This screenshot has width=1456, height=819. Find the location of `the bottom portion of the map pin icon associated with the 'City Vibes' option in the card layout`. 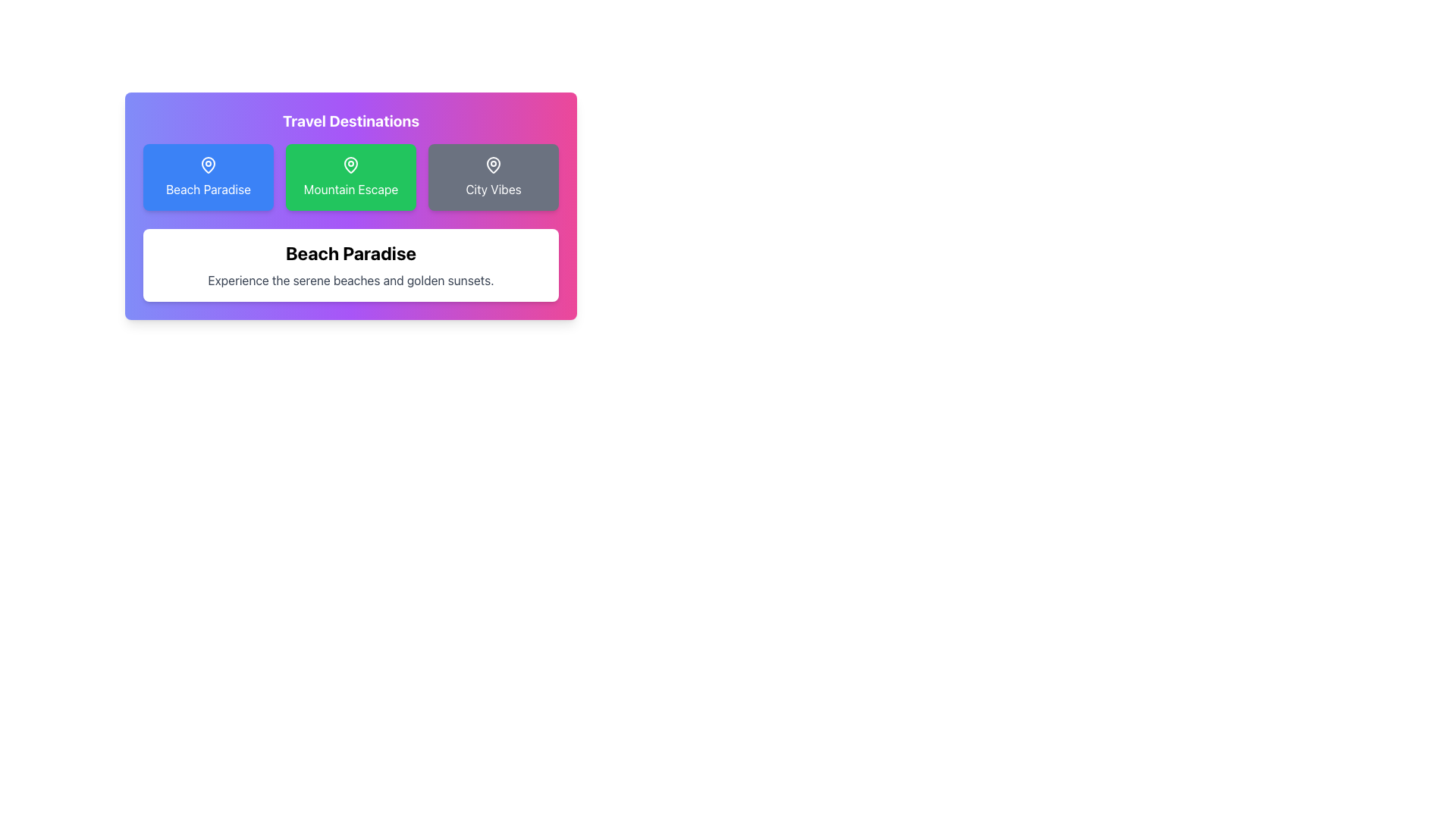

the bottom portion of the map pin icon associated with the 'City Vibes' option in the card layout is located at coordinates (494, 164).